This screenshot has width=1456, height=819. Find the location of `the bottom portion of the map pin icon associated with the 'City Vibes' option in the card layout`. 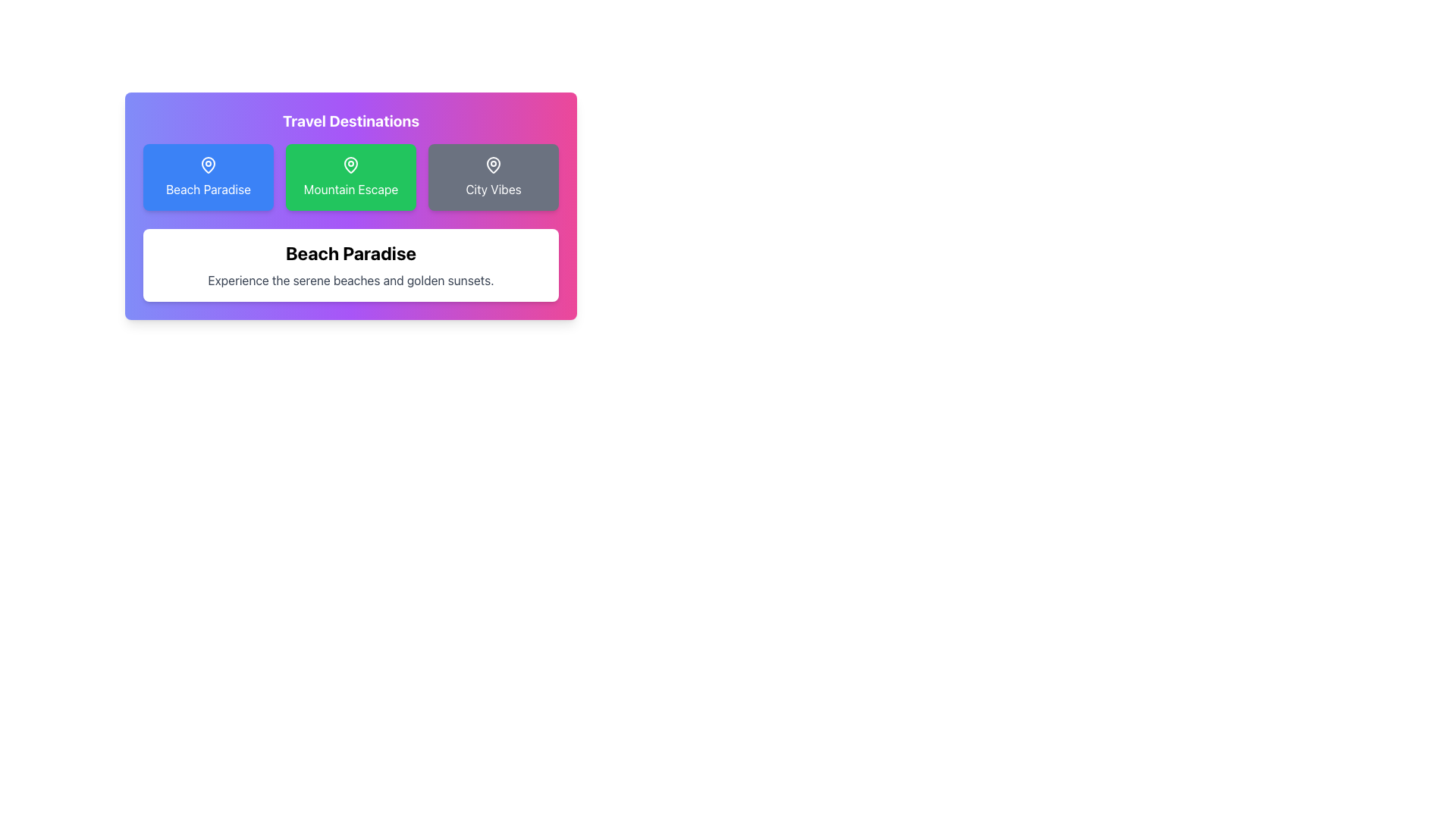

the bottom portion of the map pin icon associated with the 'City Vibes' option in the card layout is located at coordinates (494, 164).